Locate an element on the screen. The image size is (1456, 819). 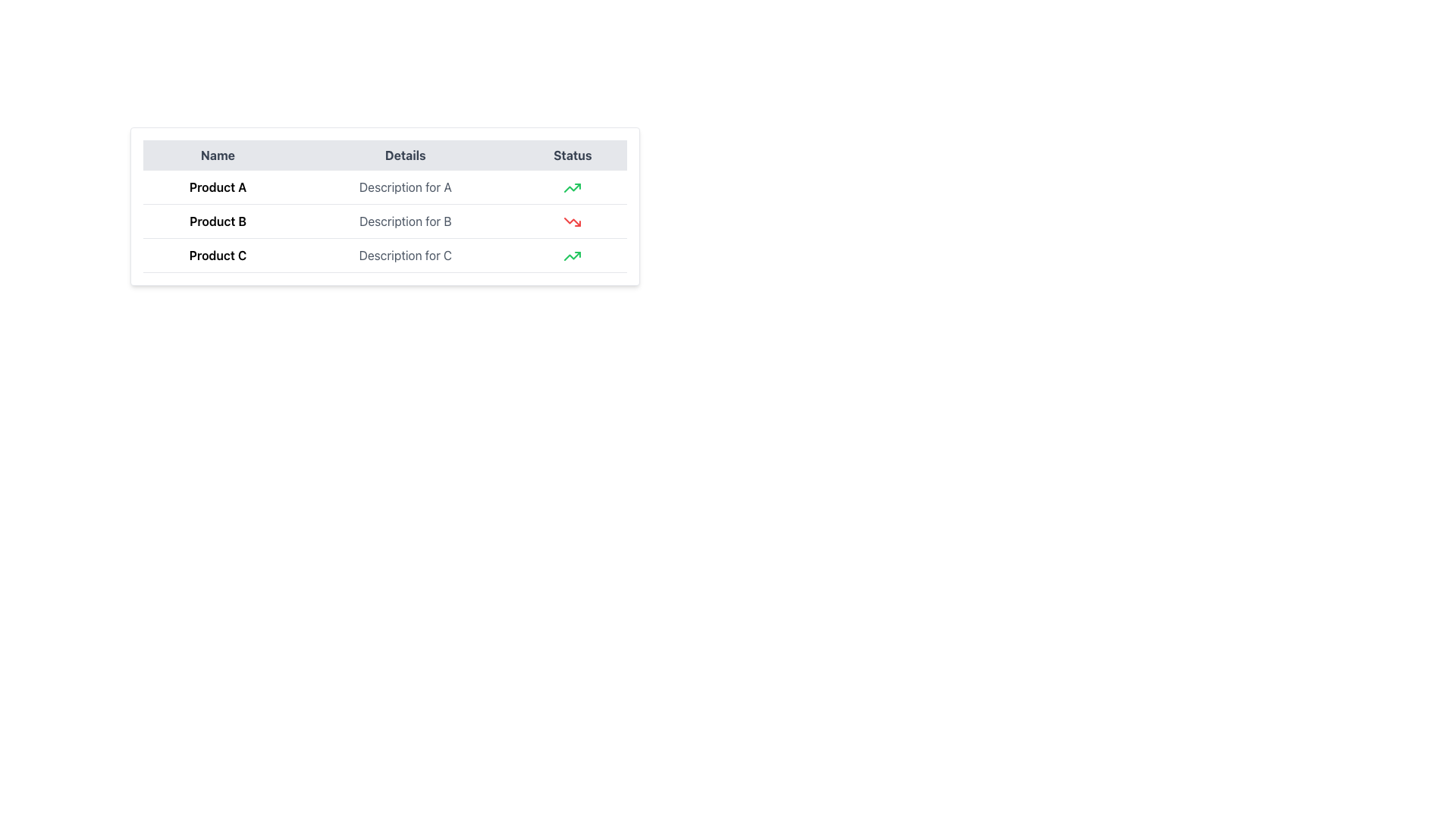
the Status Icon in the second row of the table, within the 'Status' column, which indicates a negative status for 'Product B' is located at coordinates (572, 222).